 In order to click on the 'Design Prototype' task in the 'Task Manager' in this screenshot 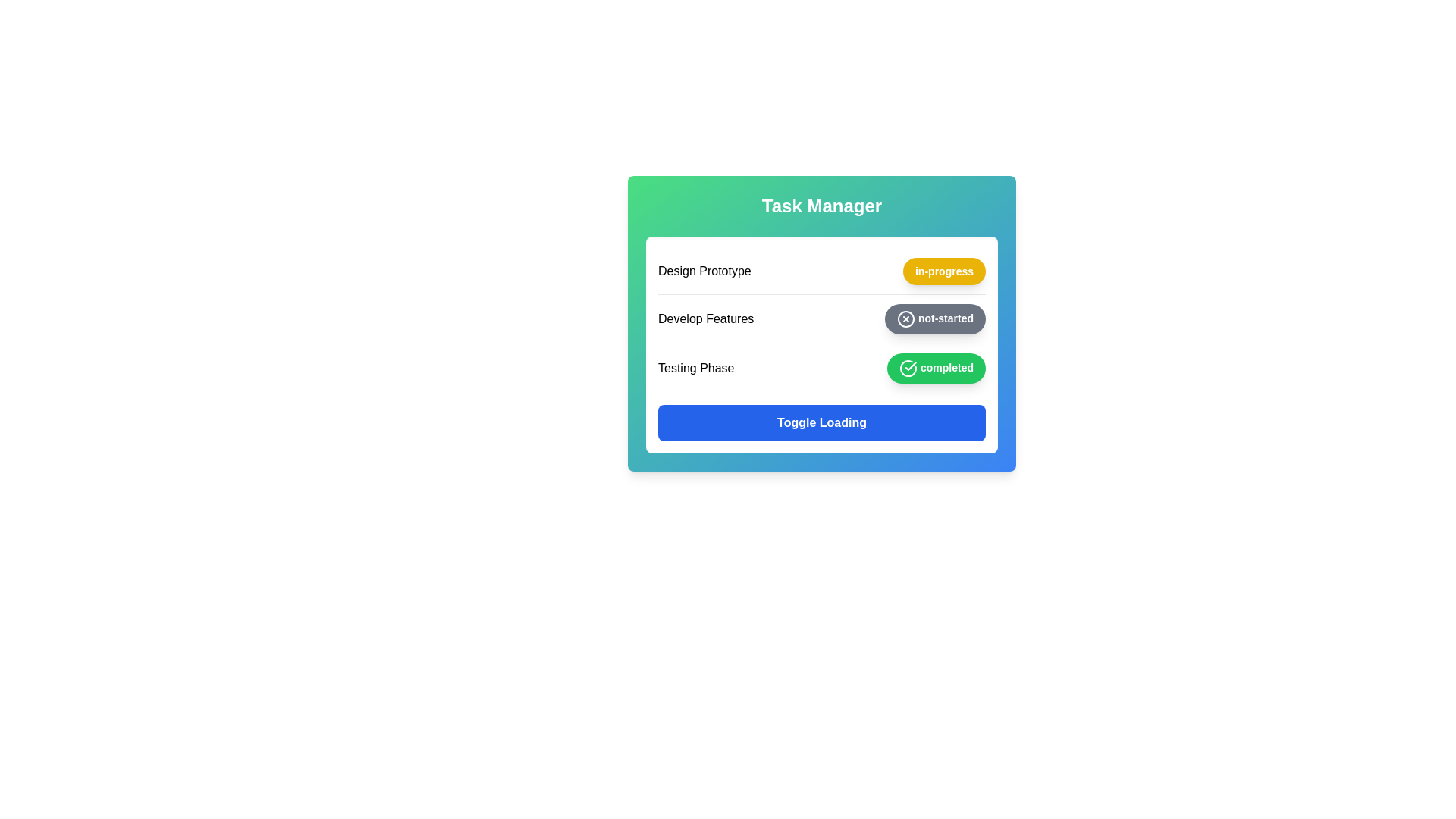, I will do `click(821, 271)`.